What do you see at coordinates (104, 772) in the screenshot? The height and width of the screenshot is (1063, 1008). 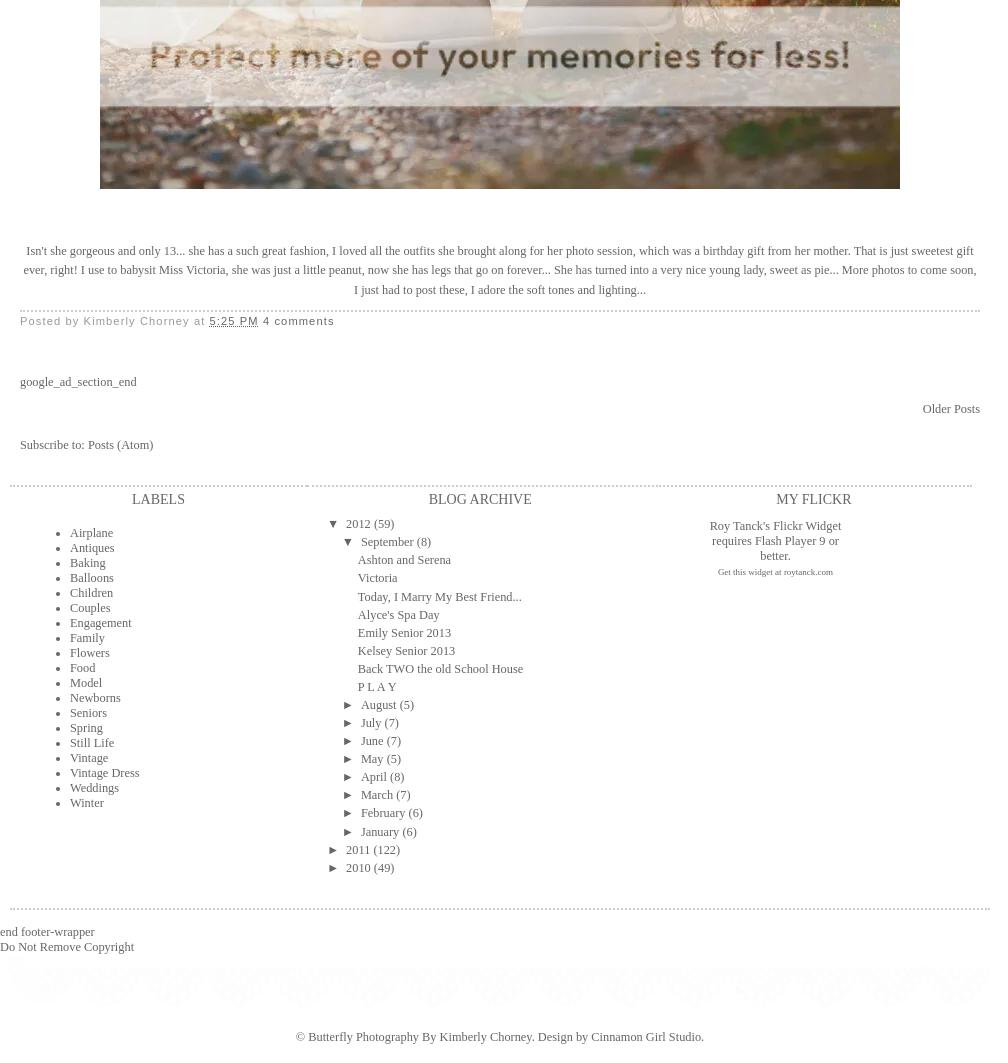 I see `'Vintage Dress'` at bounding box center [104, 772].